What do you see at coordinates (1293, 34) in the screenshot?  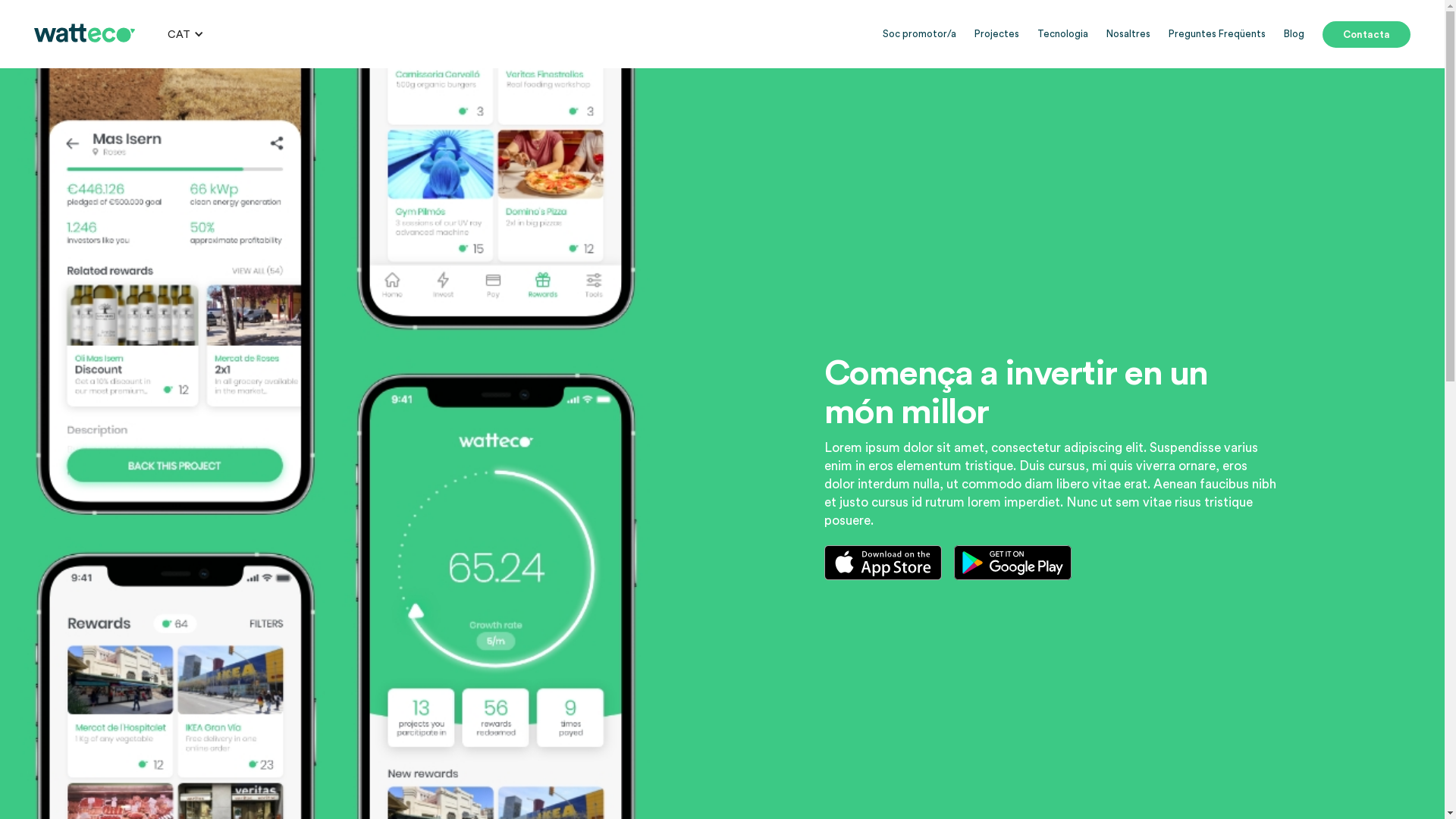 I see `'Blog'` at bounding box center [1293, 34].